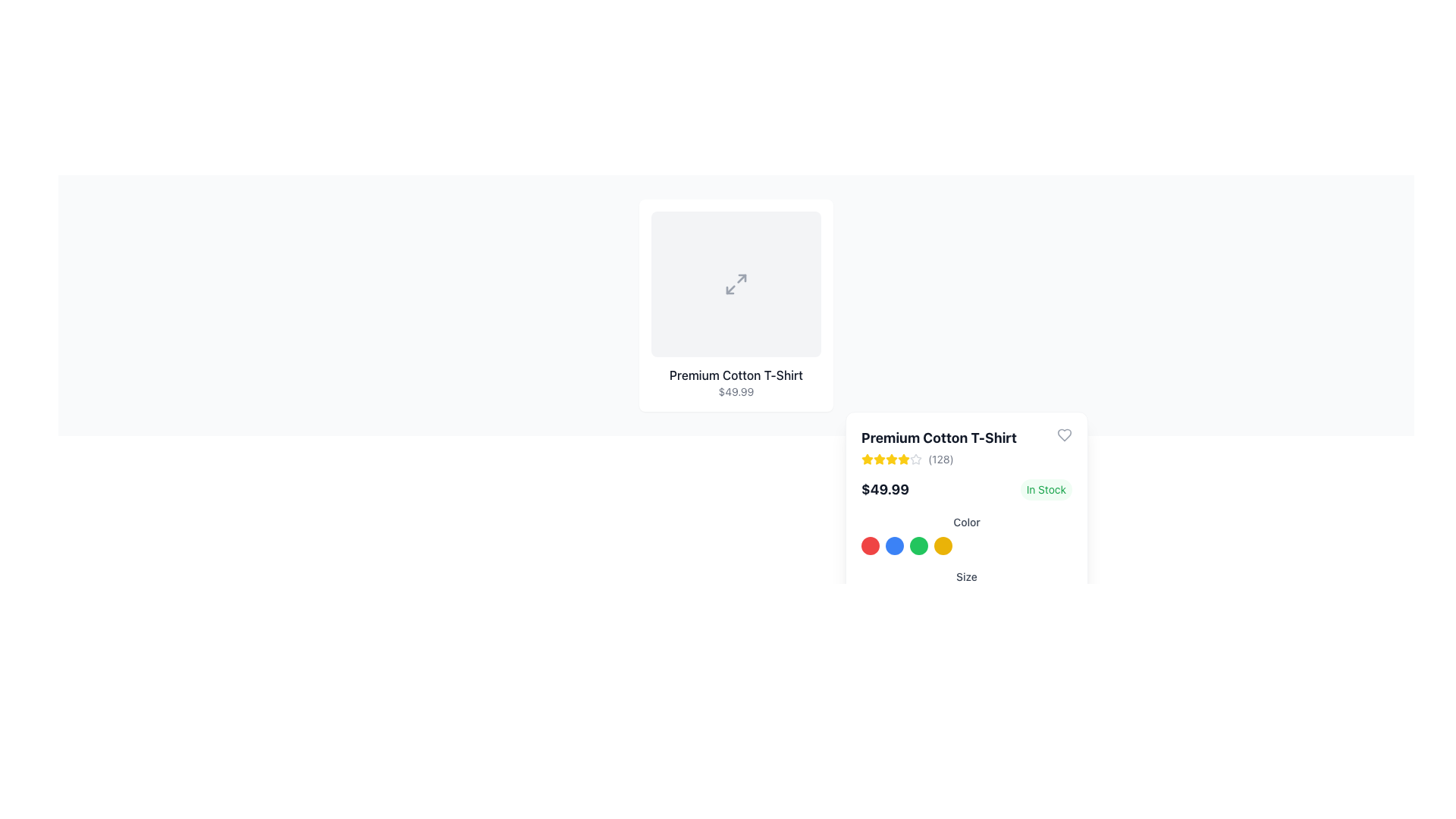 Image resolution: width=1456 pixels, height=819 pixels. I want to click on information displayed in the text label that represents the number of ratings or reviews, located to the right of the star rating symbols, so click(940, 458).